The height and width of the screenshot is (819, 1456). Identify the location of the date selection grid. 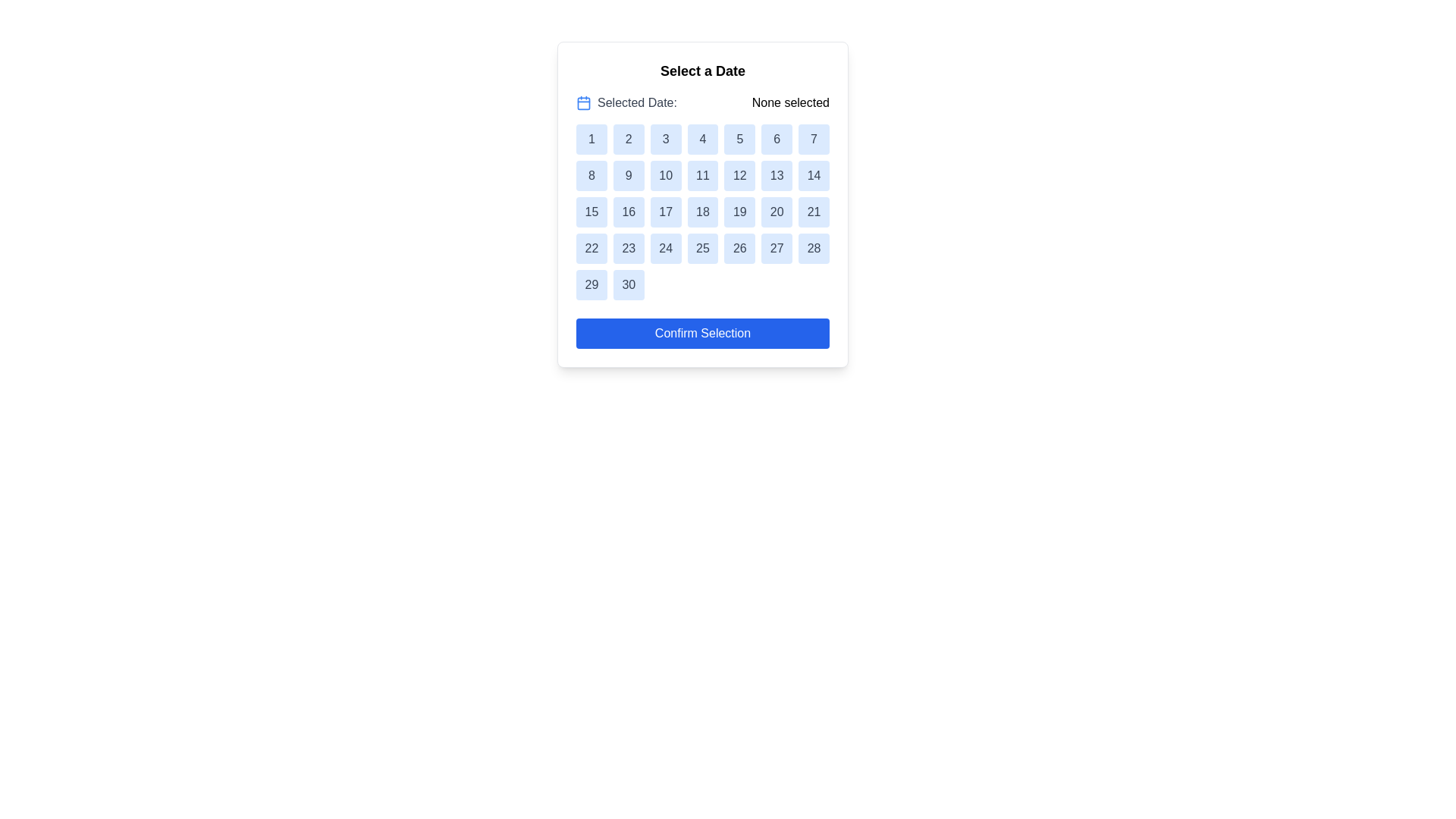
(701, 212).